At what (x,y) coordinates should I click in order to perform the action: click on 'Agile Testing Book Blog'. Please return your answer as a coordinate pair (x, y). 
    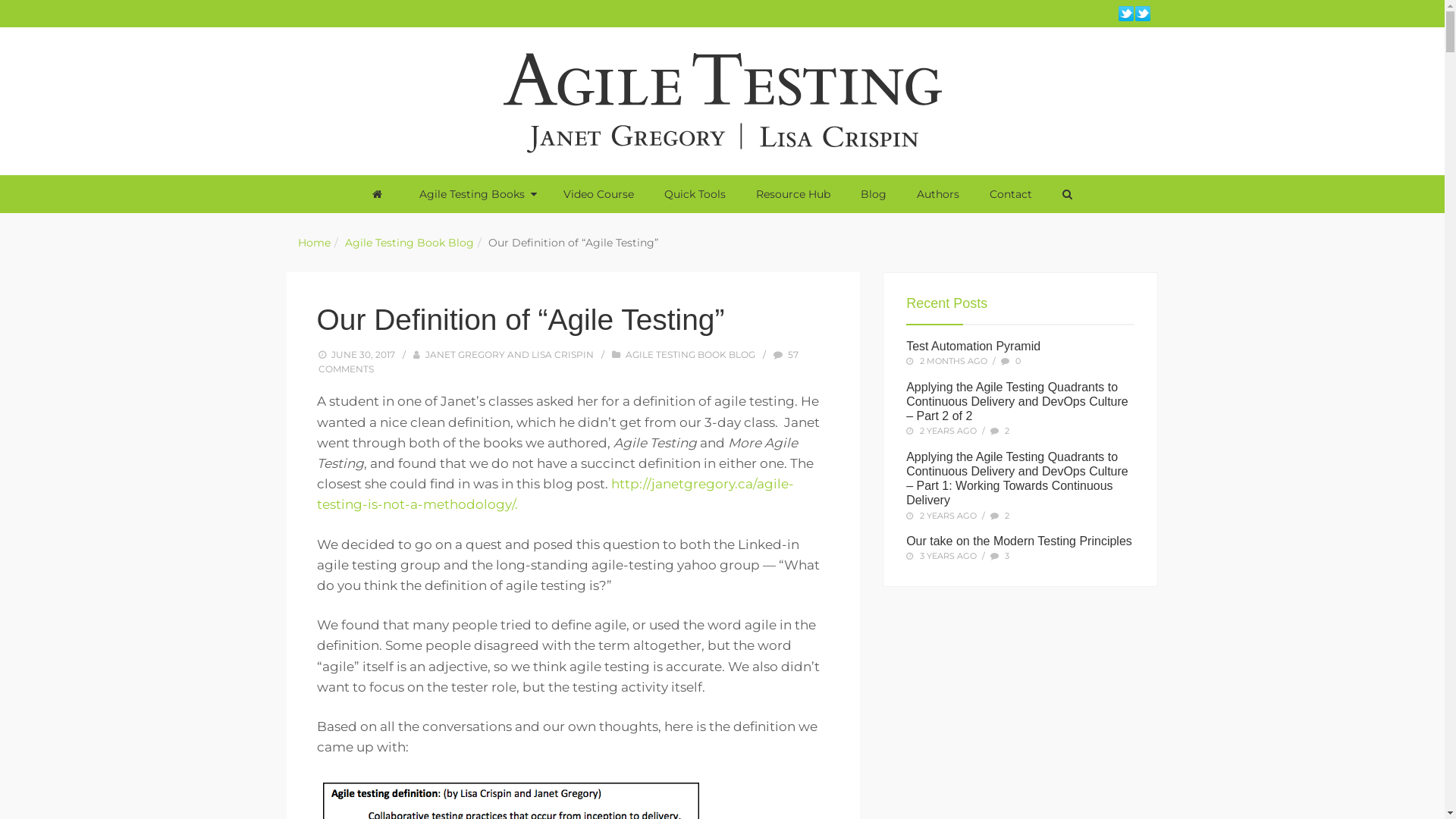
    Looking at the image, I should click on (408, 242).